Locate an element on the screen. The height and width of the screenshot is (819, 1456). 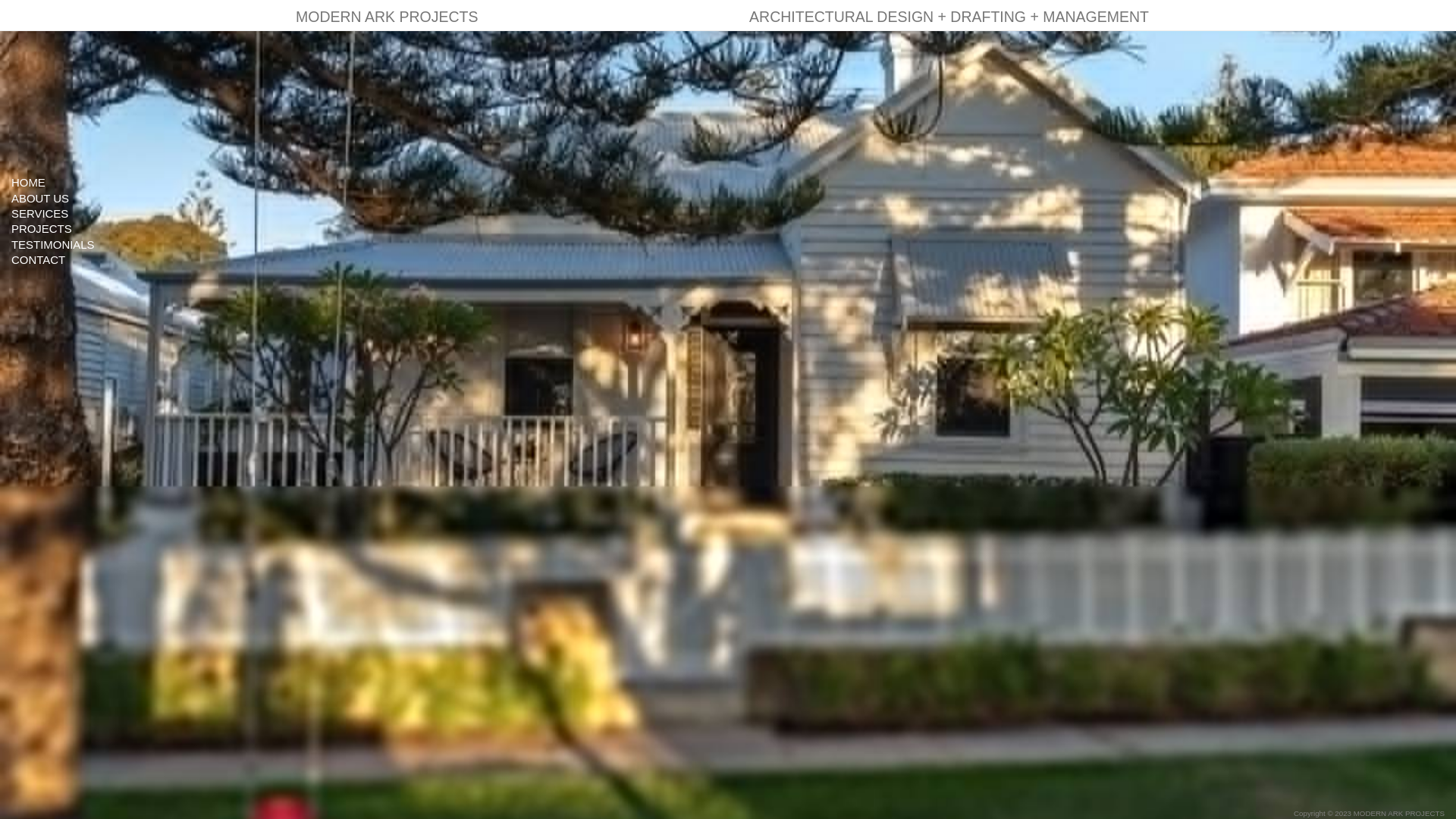
'CONTACT' is located at coordinates (79, 259).